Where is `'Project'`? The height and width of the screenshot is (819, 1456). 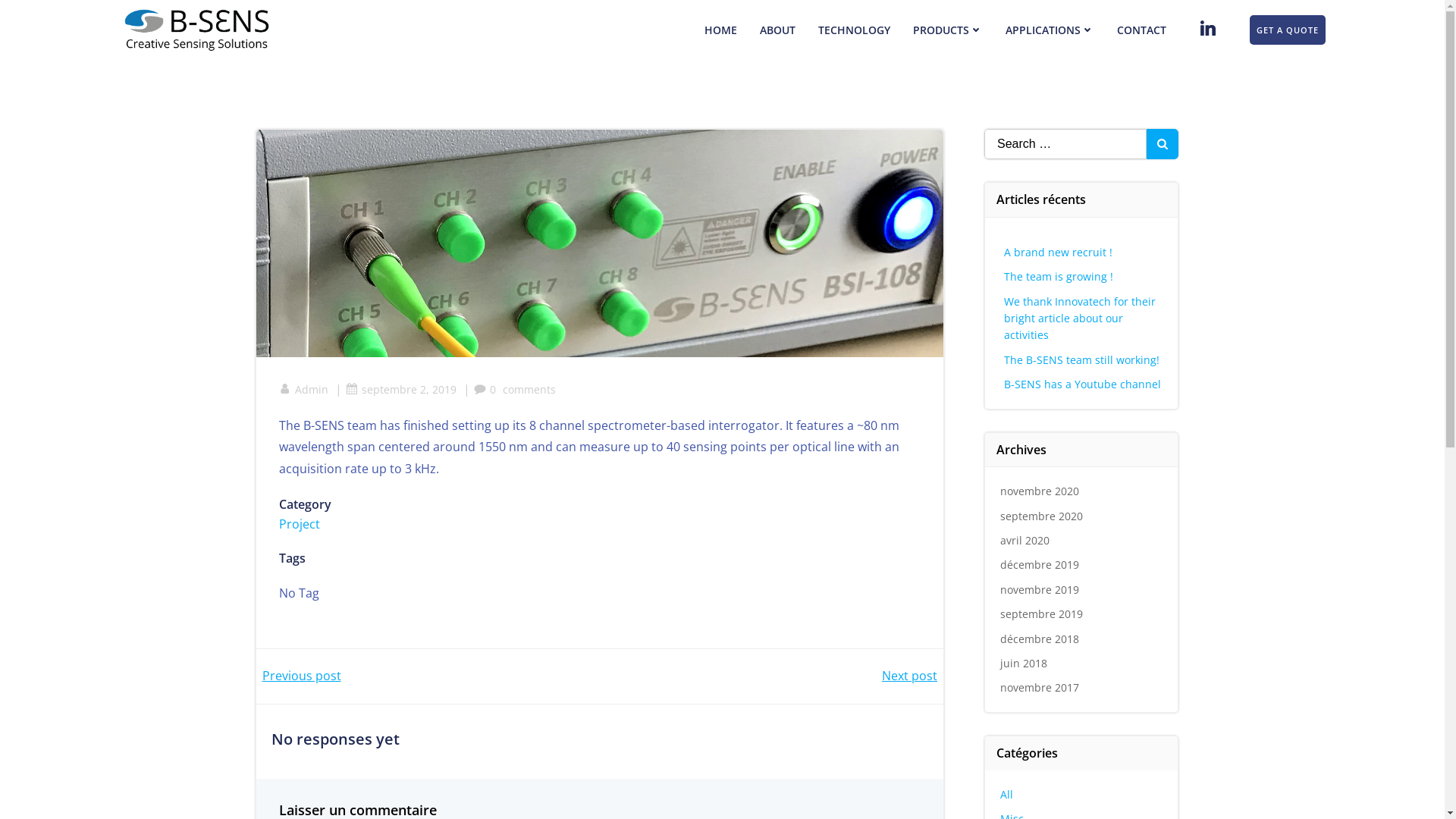
'Project' is located at coordinates (299, 522).